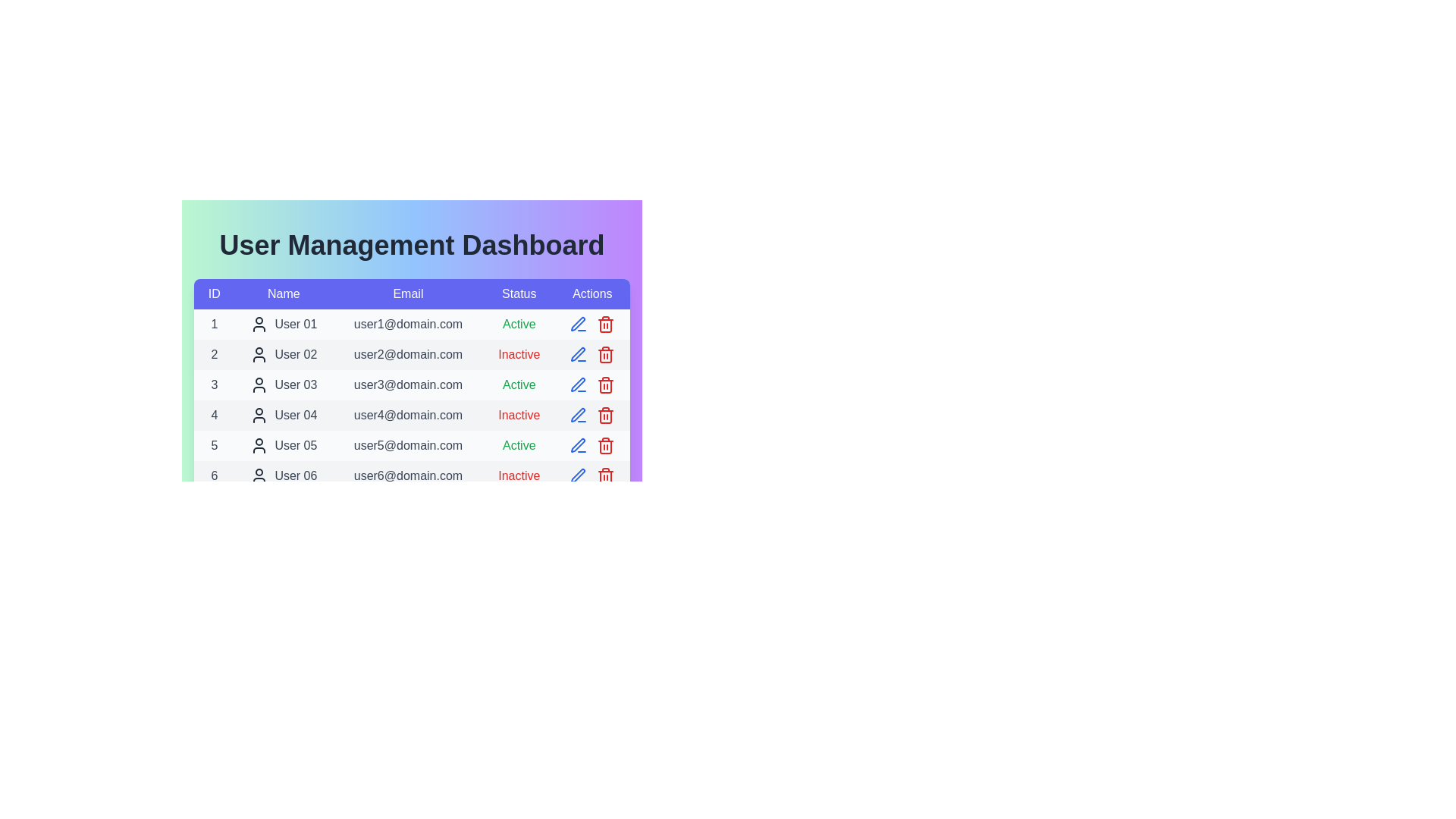 This screenshot has height=819, width=1456. What do you see at coordinates (605, 657) in the screenshot?
I see `the delete icon for user with ID 12` at bounding box center [605, 657].